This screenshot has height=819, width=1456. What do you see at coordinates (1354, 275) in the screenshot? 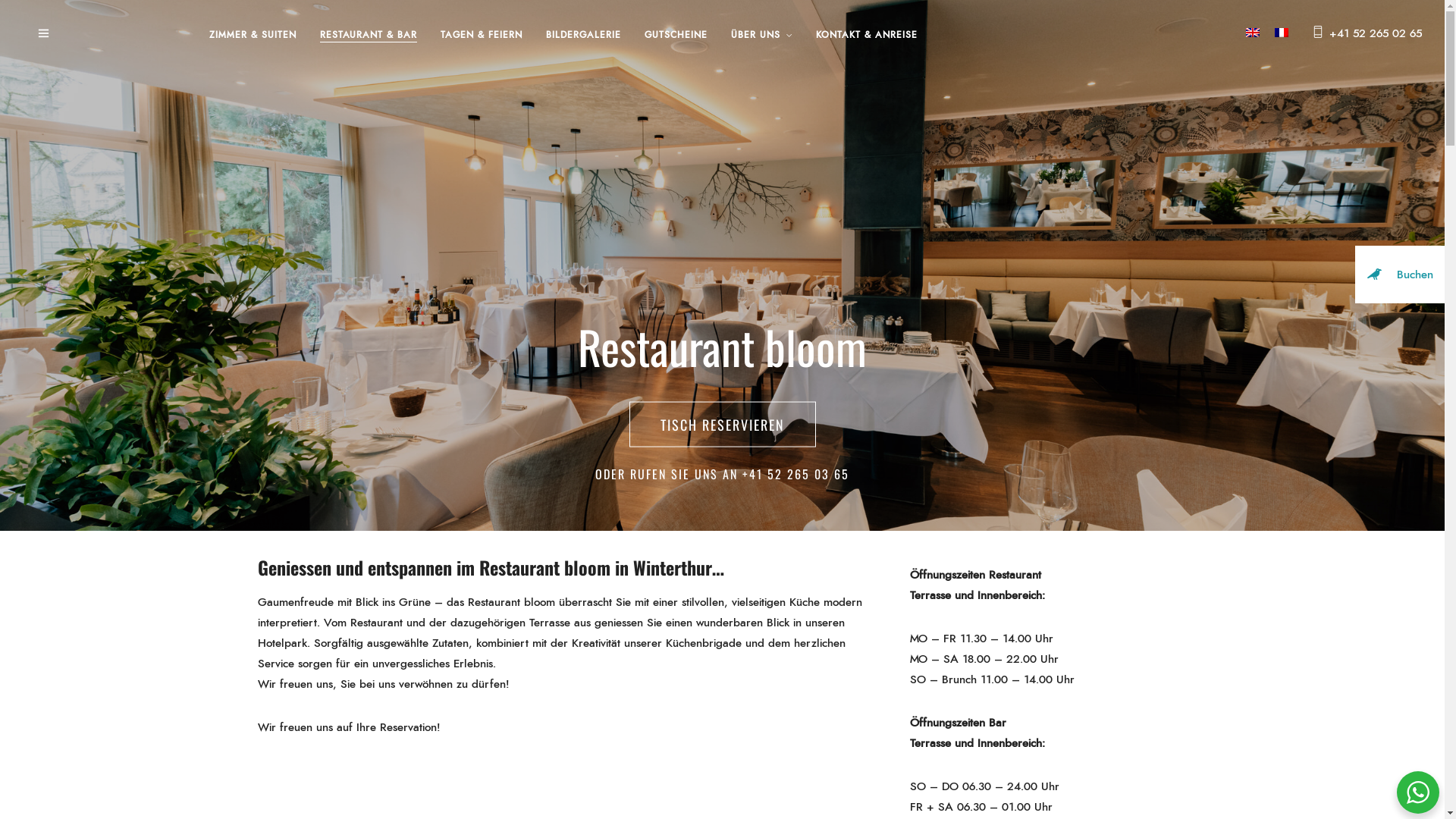
I see `'Buchen'` at bounding box center [1354, 275].